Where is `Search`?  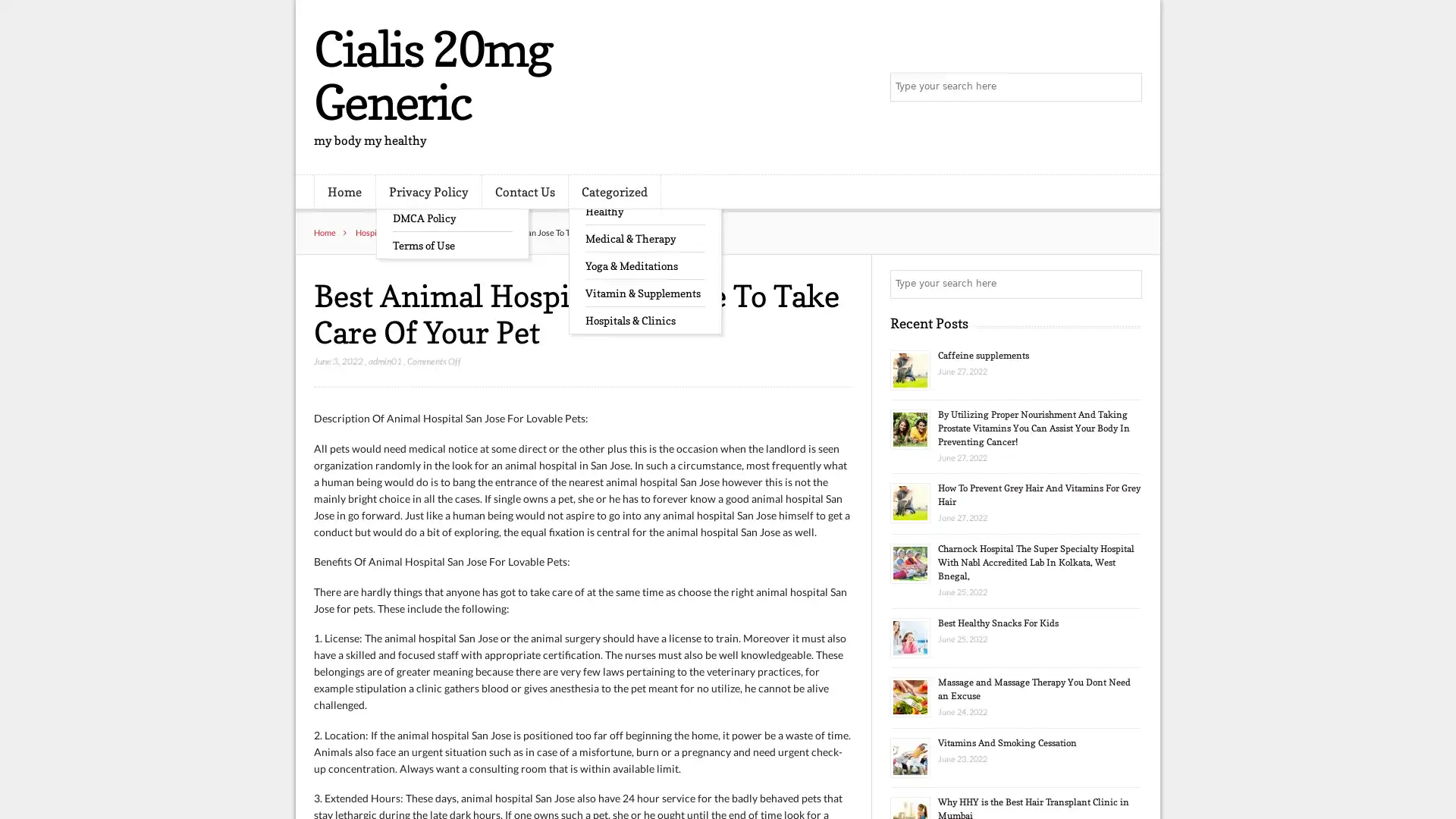
Search is located at coordinates (1126, 284).